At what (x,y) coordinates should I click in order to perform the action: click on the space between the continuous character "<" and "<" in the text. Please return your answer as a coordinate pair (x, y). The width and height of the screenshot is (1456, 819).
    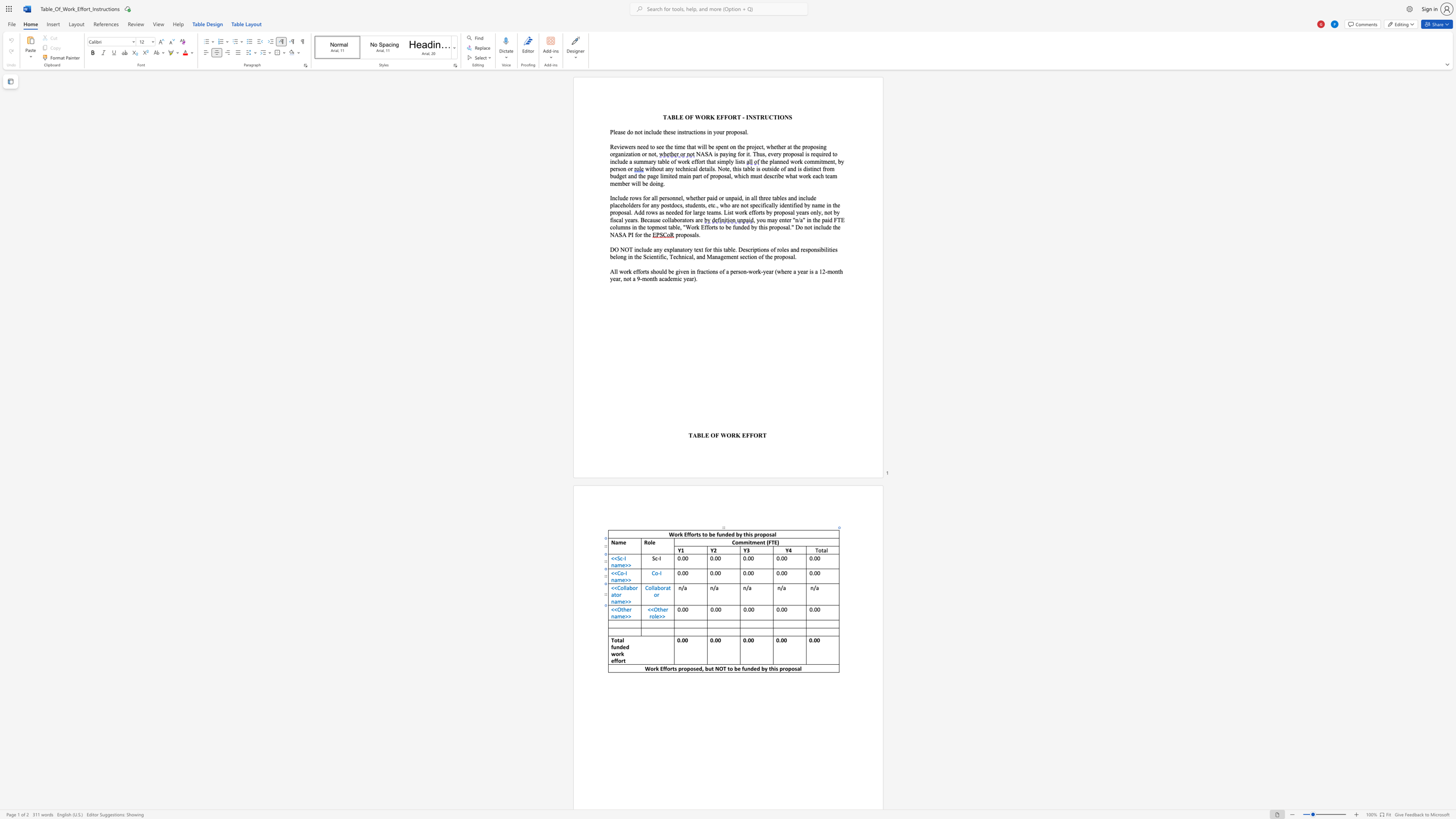
    Looking at the image, I should click on (614, 609).